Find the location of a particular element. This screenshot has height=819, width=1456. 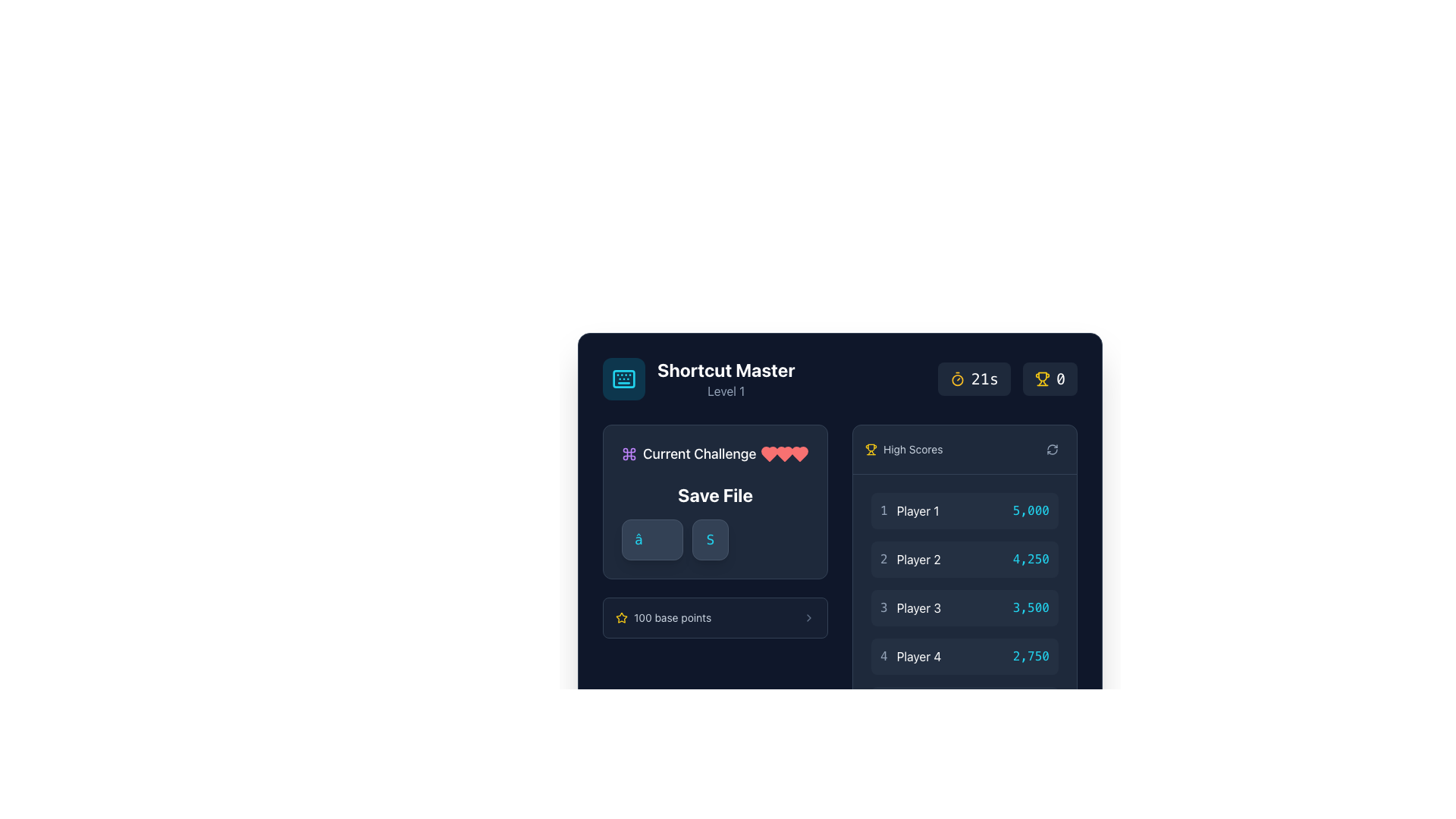

the text label displaying 'Player 3' in white text against a dark background, which is the third entry under the title 'High Scores' is located at coordinates (918, 607).